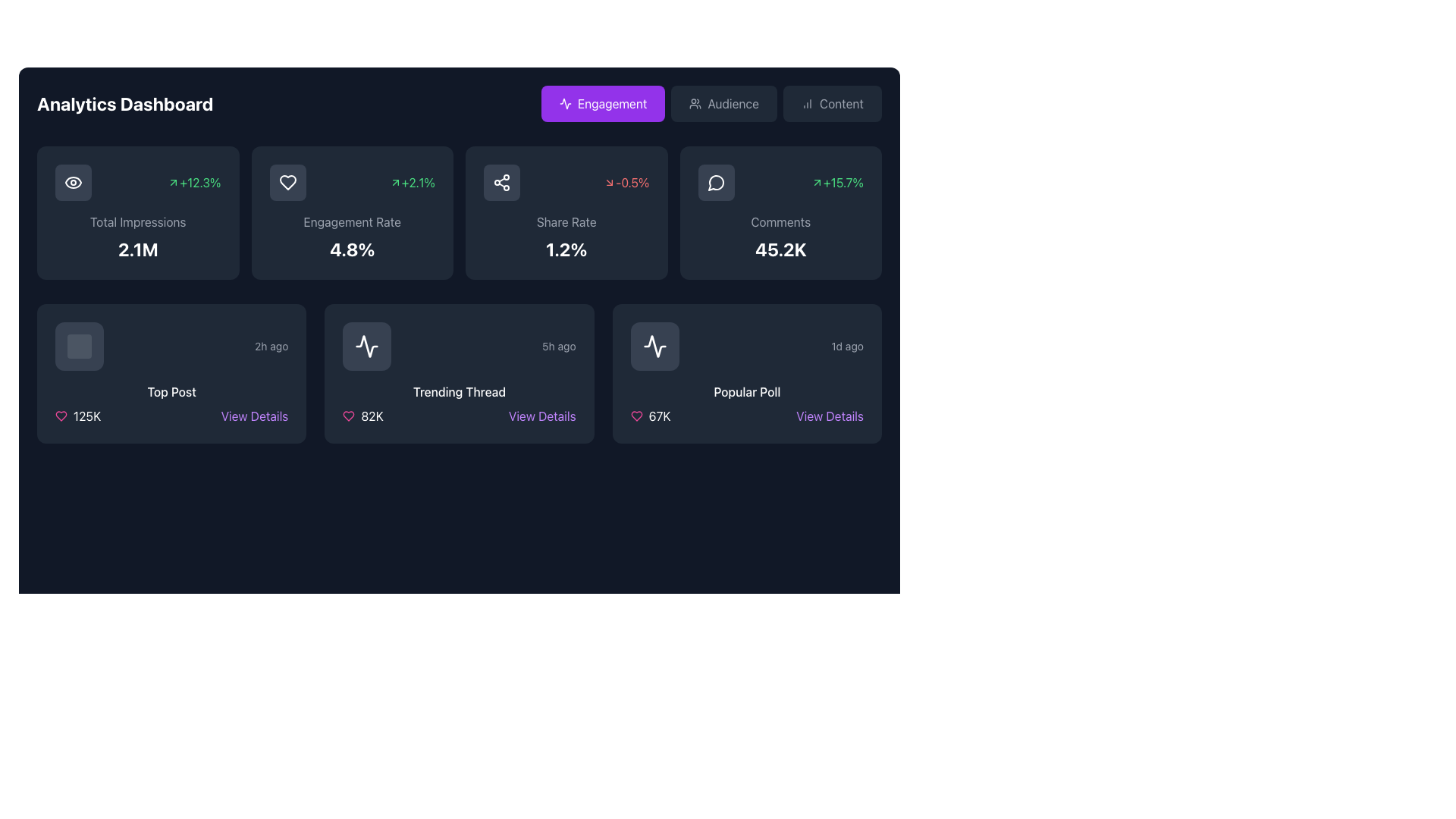 The image size is (1456, 819). I want to click on the navigation label positioned as the second item from the right in the header, between 'Engagement' and 'Content', so click(733, 103).